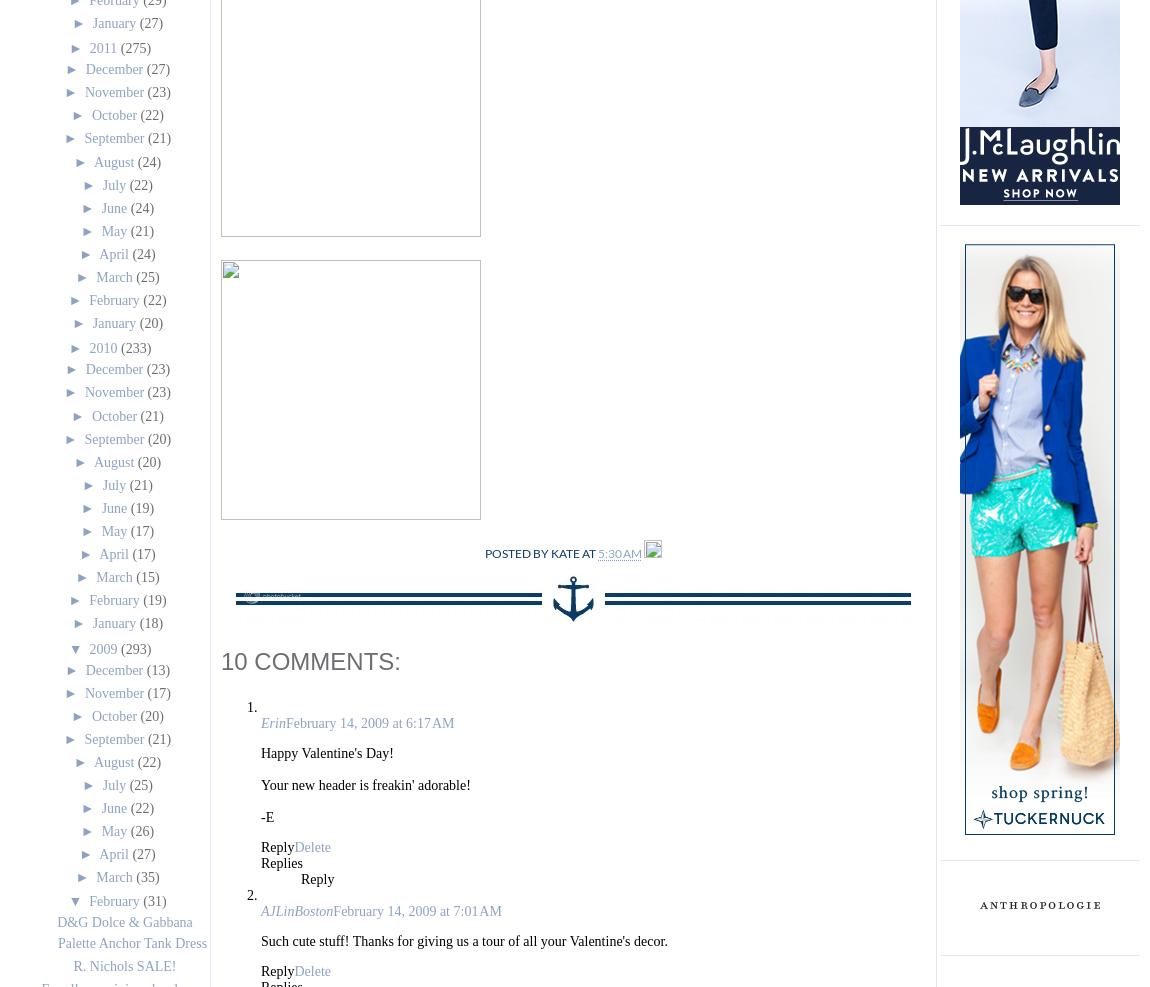 This screenshot has height=987, width=1150. I want to click on '(13)', so click(145, 669).